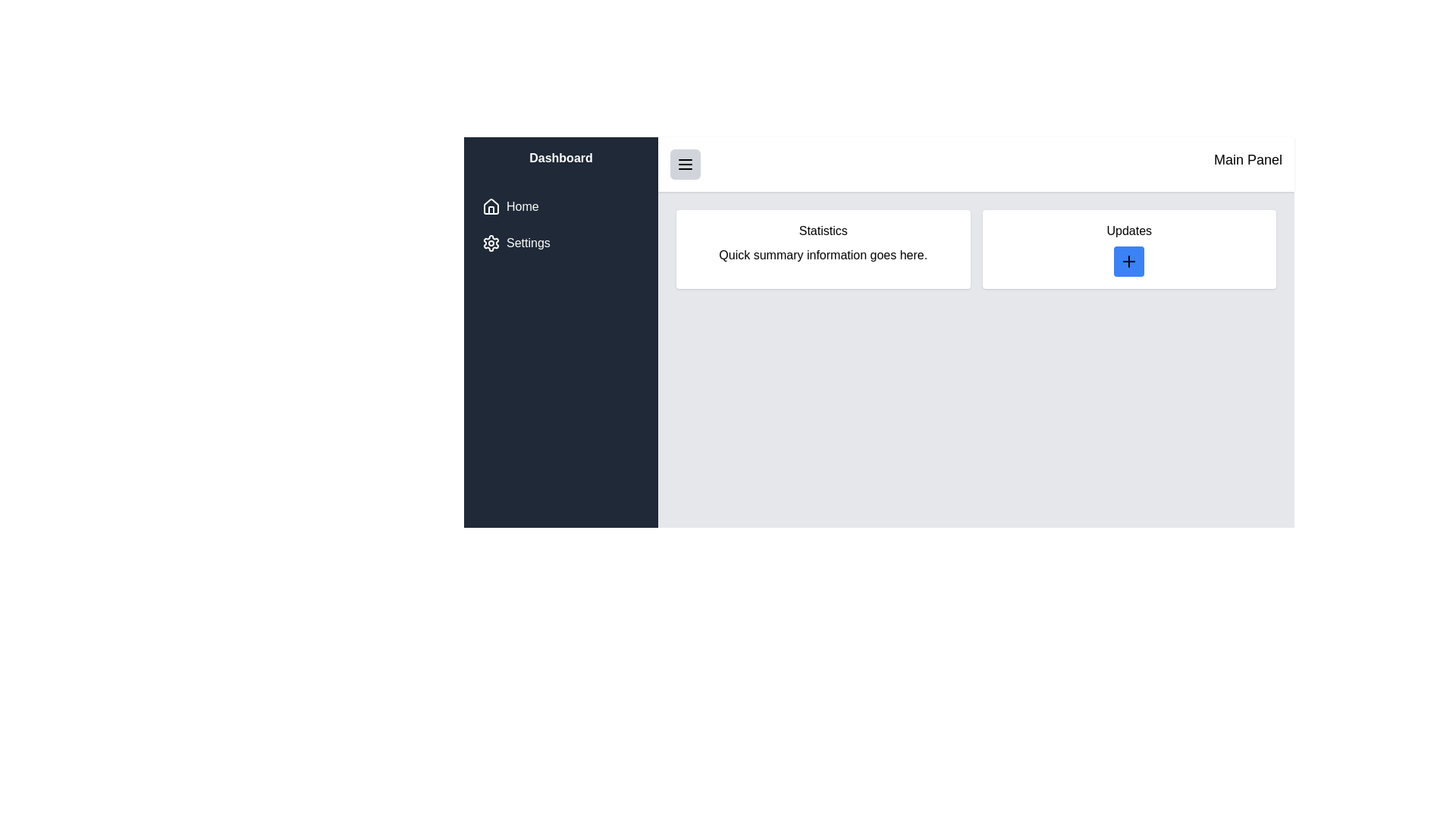 This screenshot has height=819, width=1456. Describe the element at coordinates (491, 242) in the screenshot. I see `the cogwheel icon in the left-side navigation panel` at that location.